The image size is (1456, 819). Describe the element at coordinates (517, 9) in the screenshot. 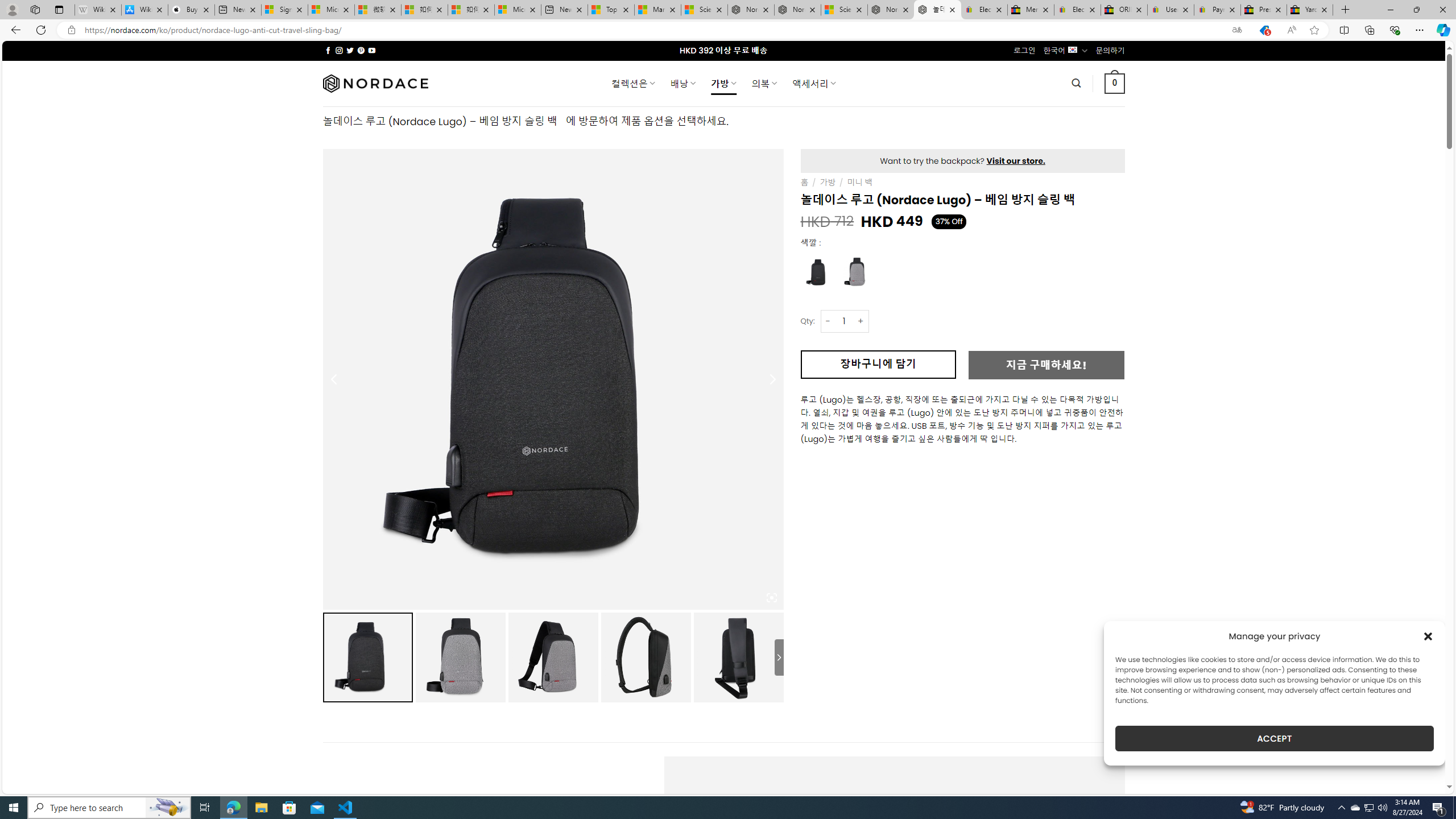

I see `'Microsoft account | Account Checkup'` at that location.